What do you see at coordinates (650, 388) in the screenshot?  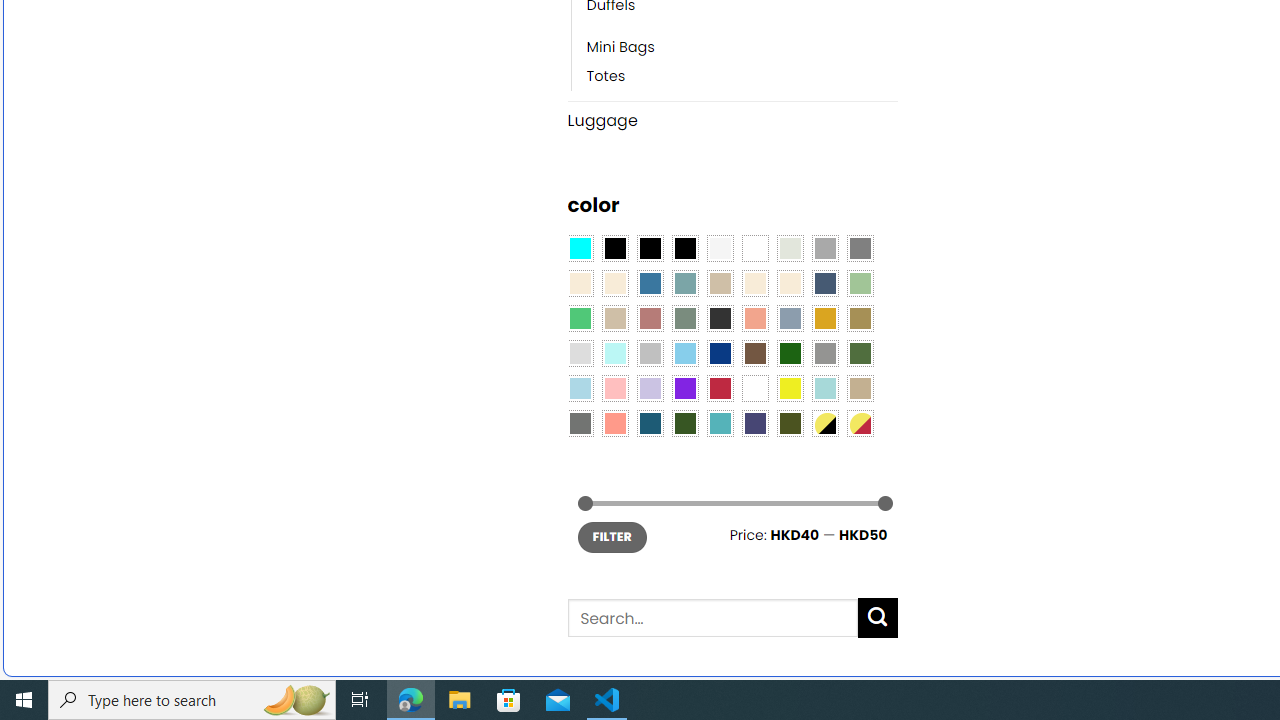 I see `'Light Purple'` at bounding box center [650, 388].